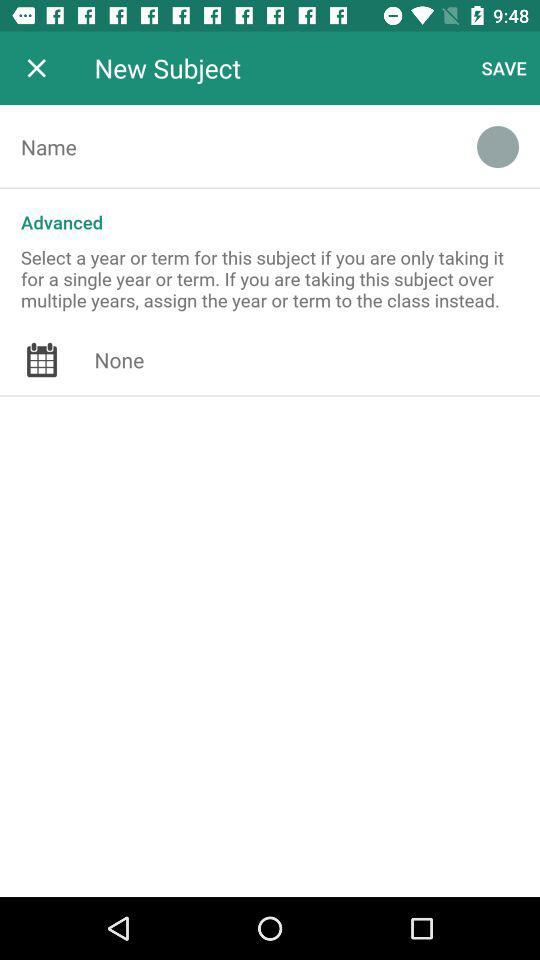  Describe the element at coordinates (36, 68) in the screenshot. I see `the app next to the new subject icon` at that location.